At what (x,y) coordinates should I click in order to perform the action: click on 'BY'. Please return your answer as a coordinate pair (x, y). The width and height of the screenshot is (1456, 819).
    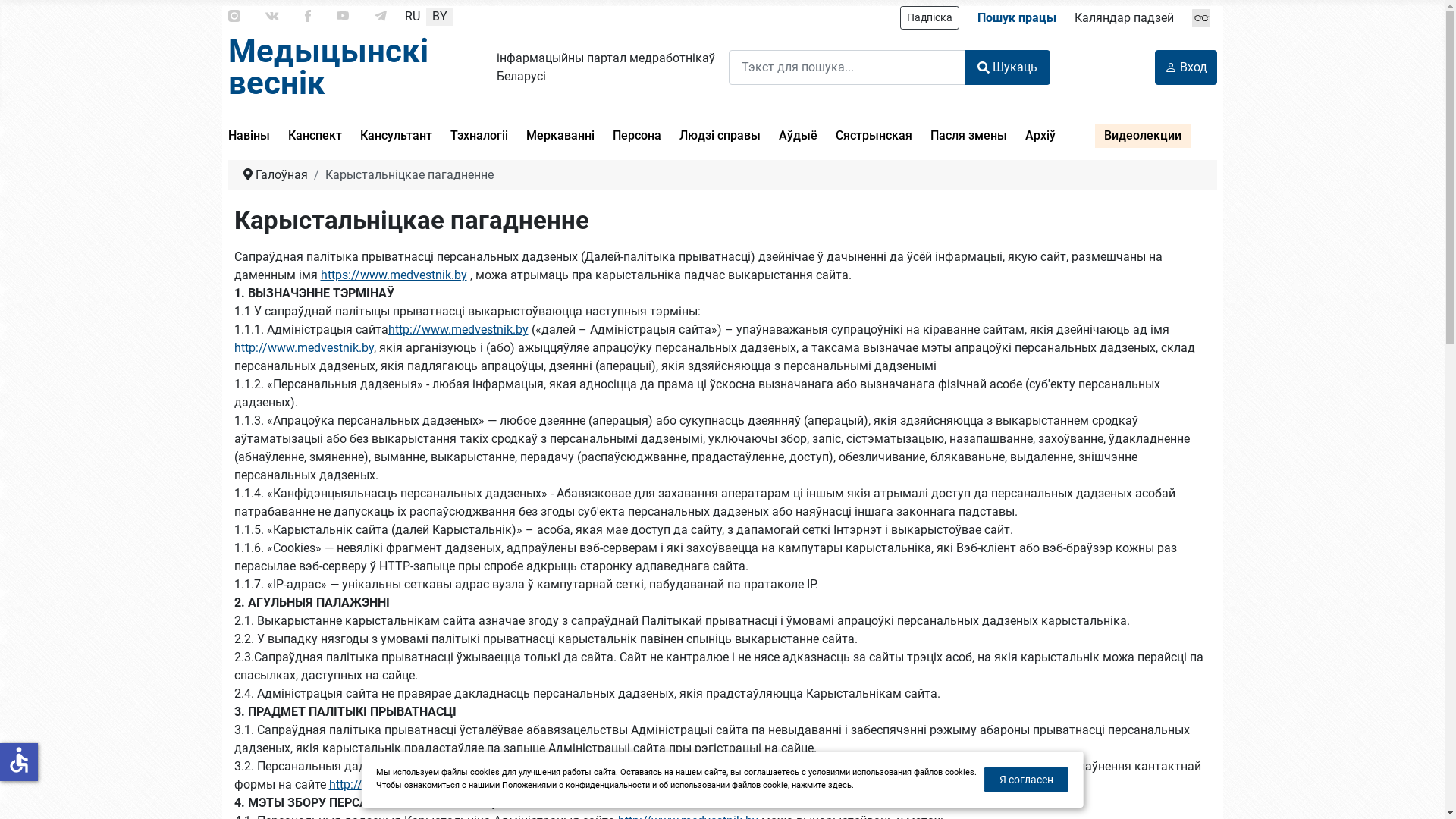
    Looking at the image, I should click on (425, 16).